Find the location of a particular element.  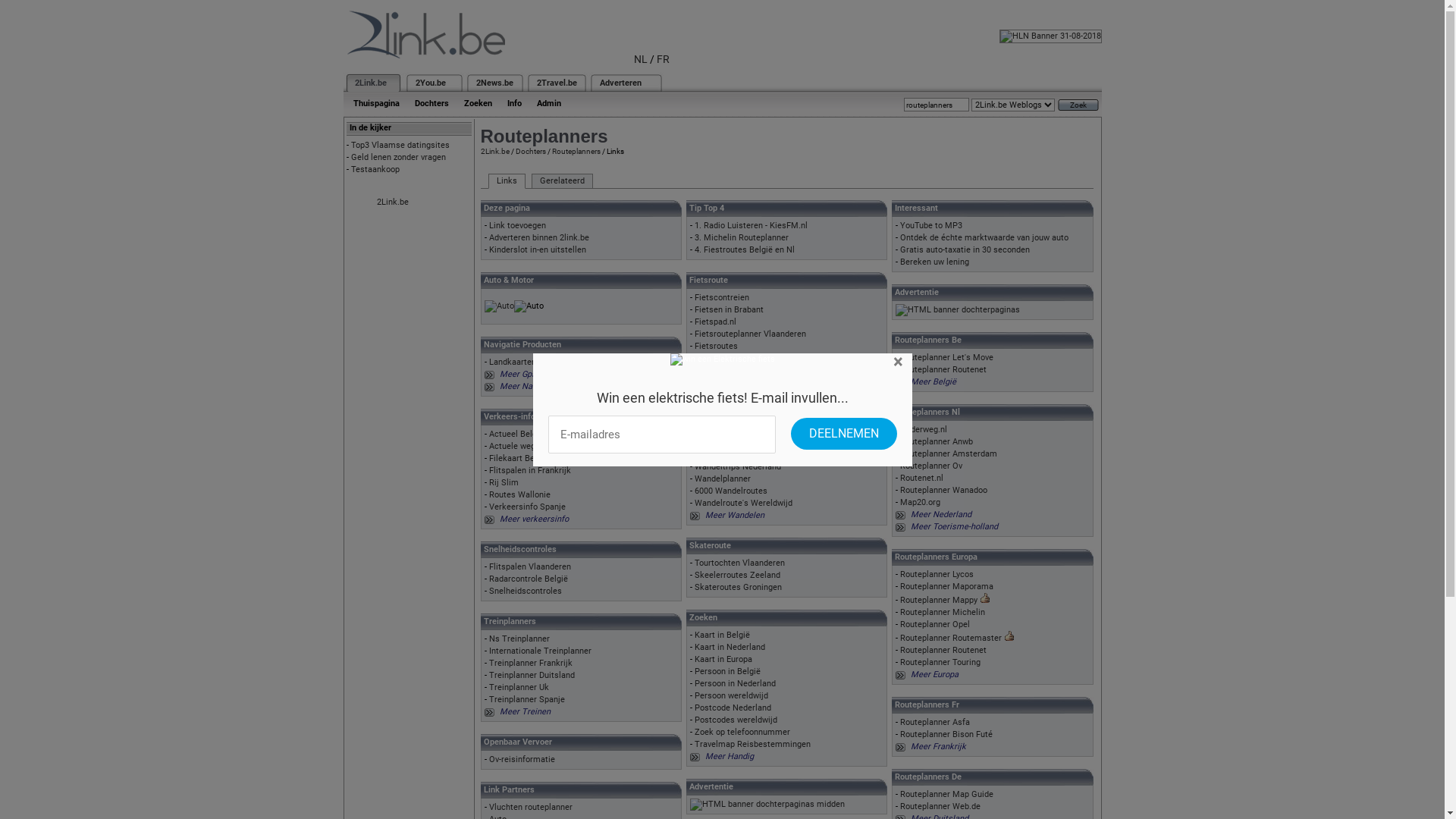

'Fietsrouteplanner Vlaanderen' is located at coordinates (694, 333).